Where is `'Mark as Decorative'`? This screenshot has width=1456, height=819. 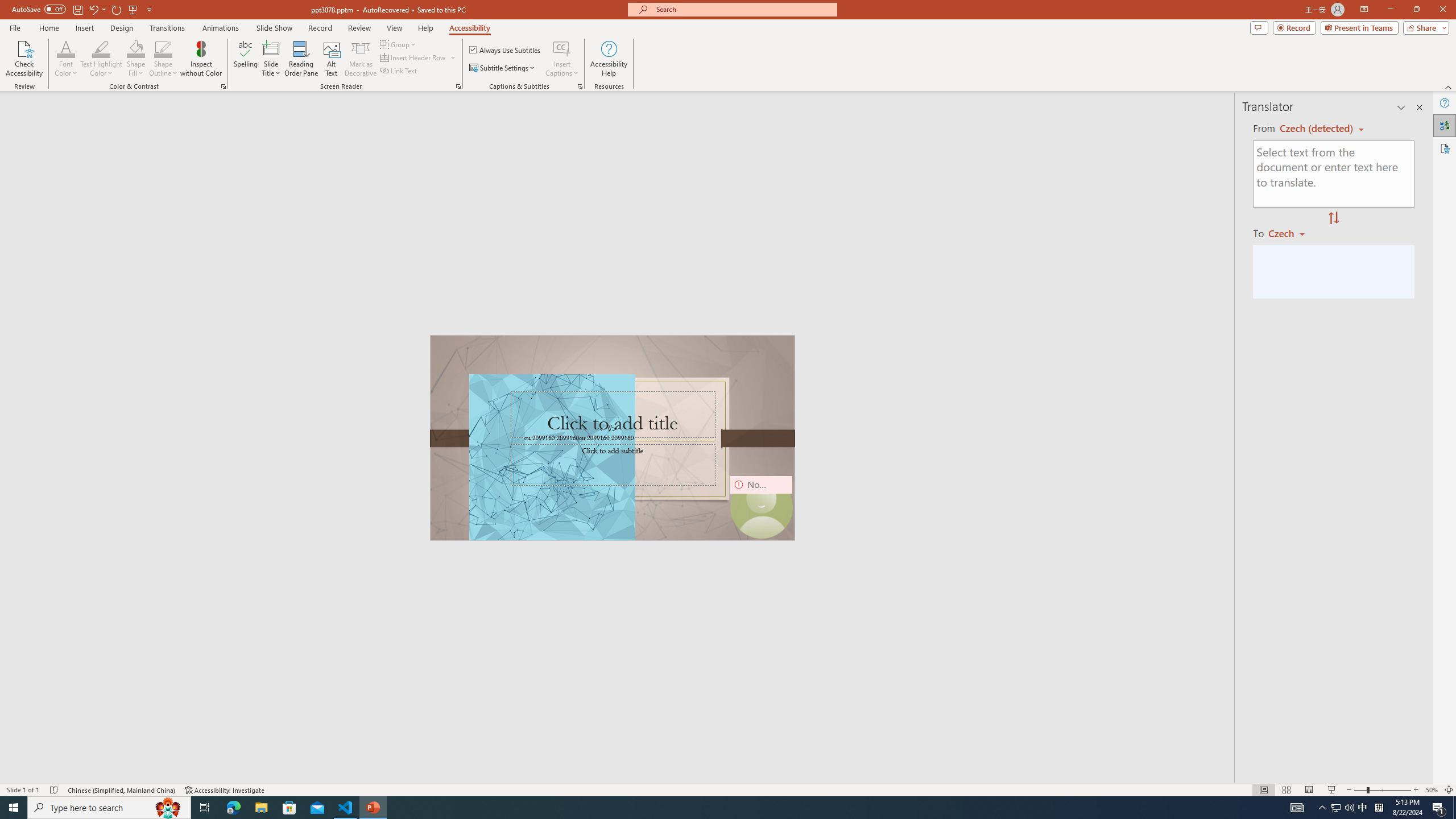
'Mark as Decorative' is located at coordinates (360, 59).